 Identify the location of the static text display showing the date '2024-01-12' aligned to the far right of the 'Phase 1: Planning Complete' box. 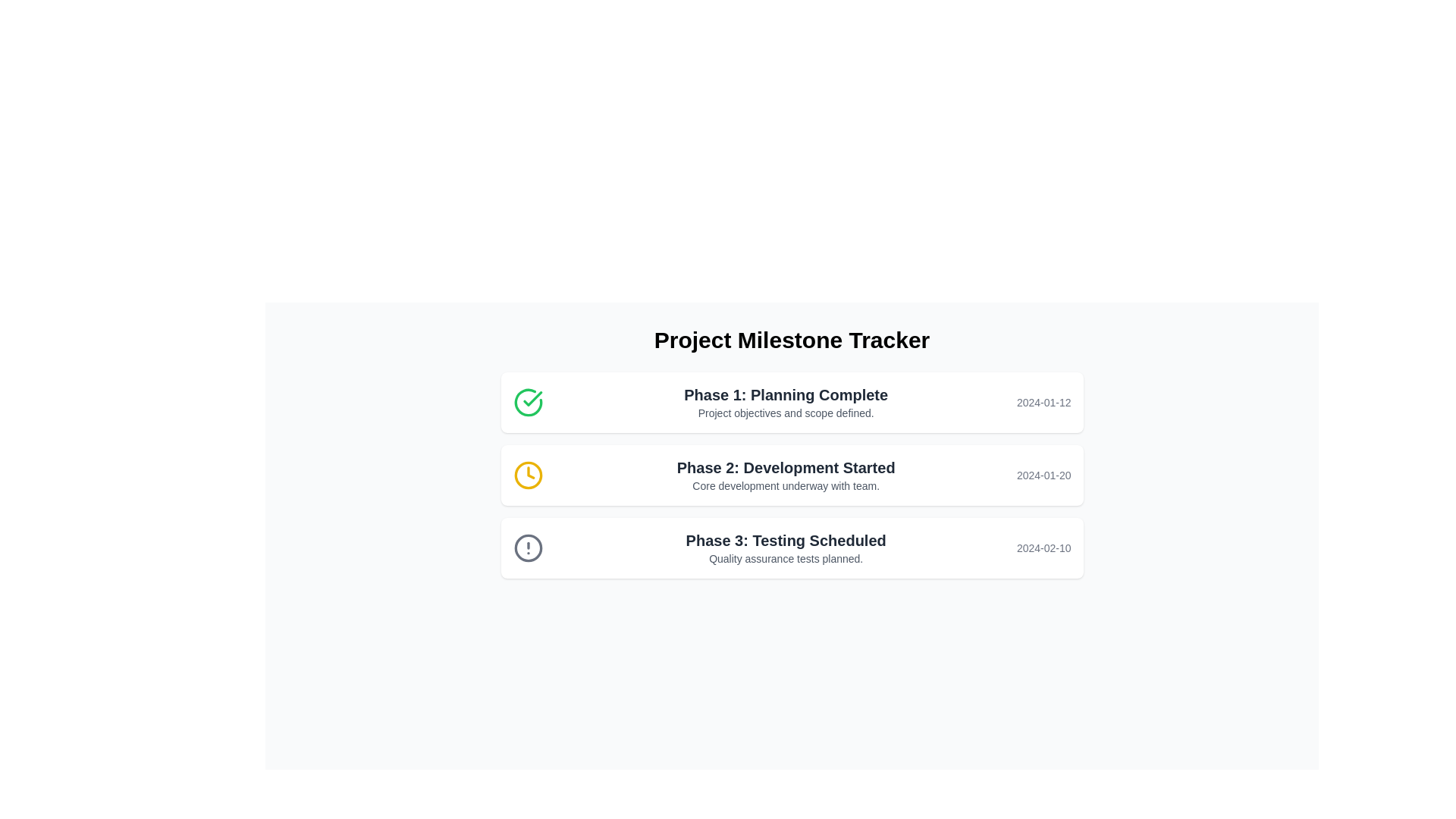
(1043, 402).